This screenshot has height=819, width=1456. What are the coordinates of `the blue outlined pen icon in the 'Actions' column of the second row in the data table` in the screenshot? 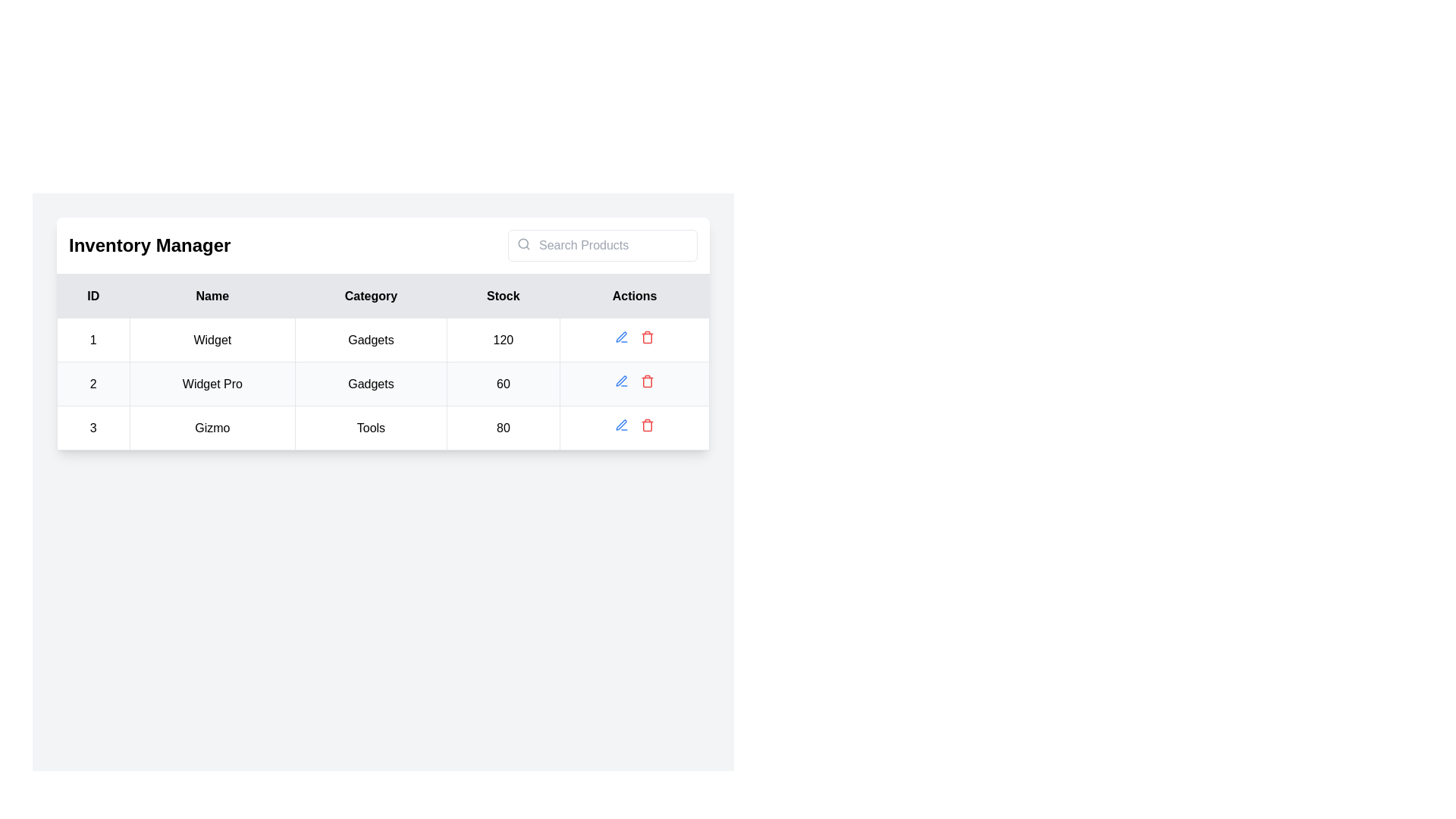 It's located at (621, 380).